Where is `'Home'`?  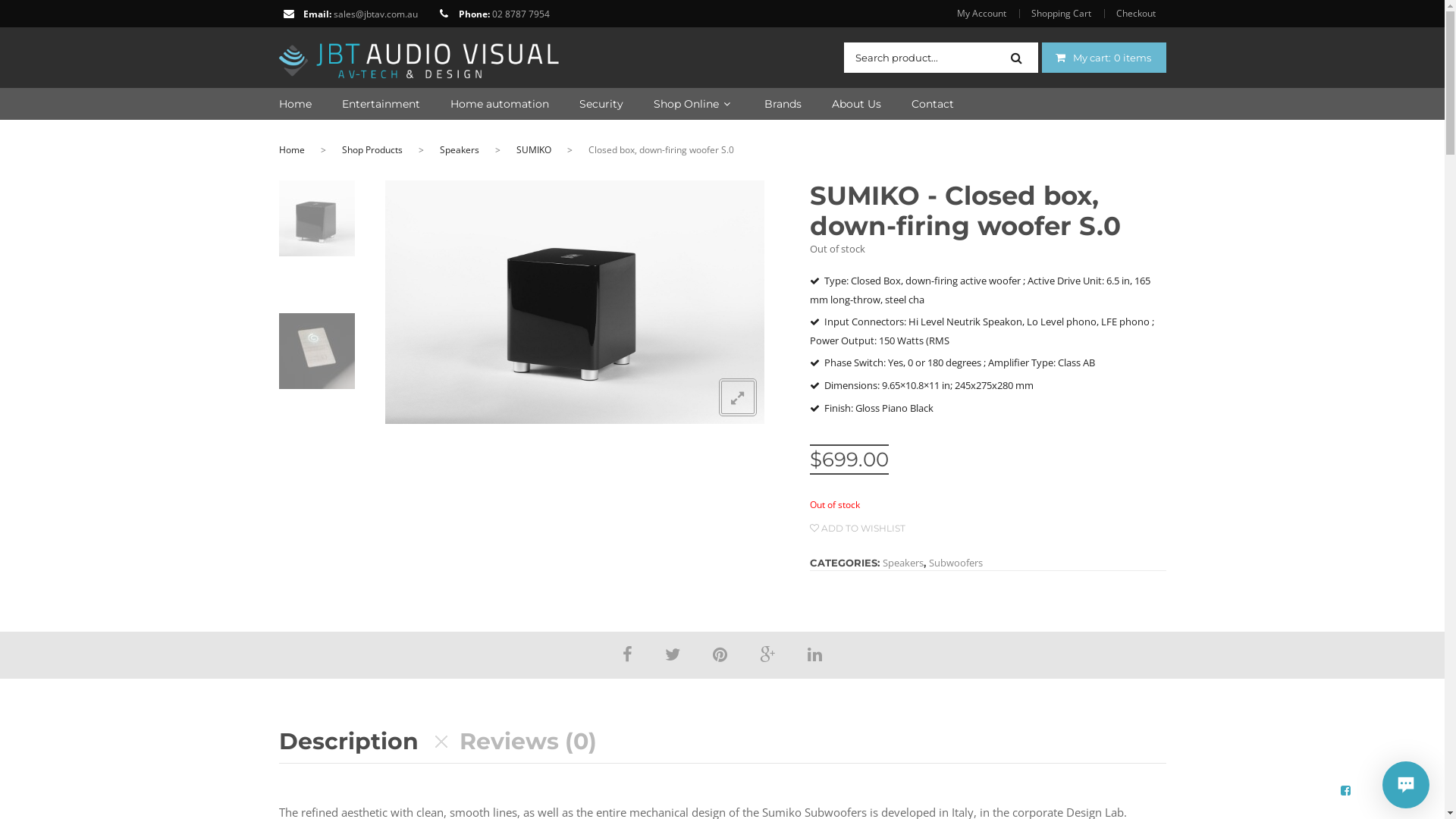 'Home' is located at coordinates (295, 103).